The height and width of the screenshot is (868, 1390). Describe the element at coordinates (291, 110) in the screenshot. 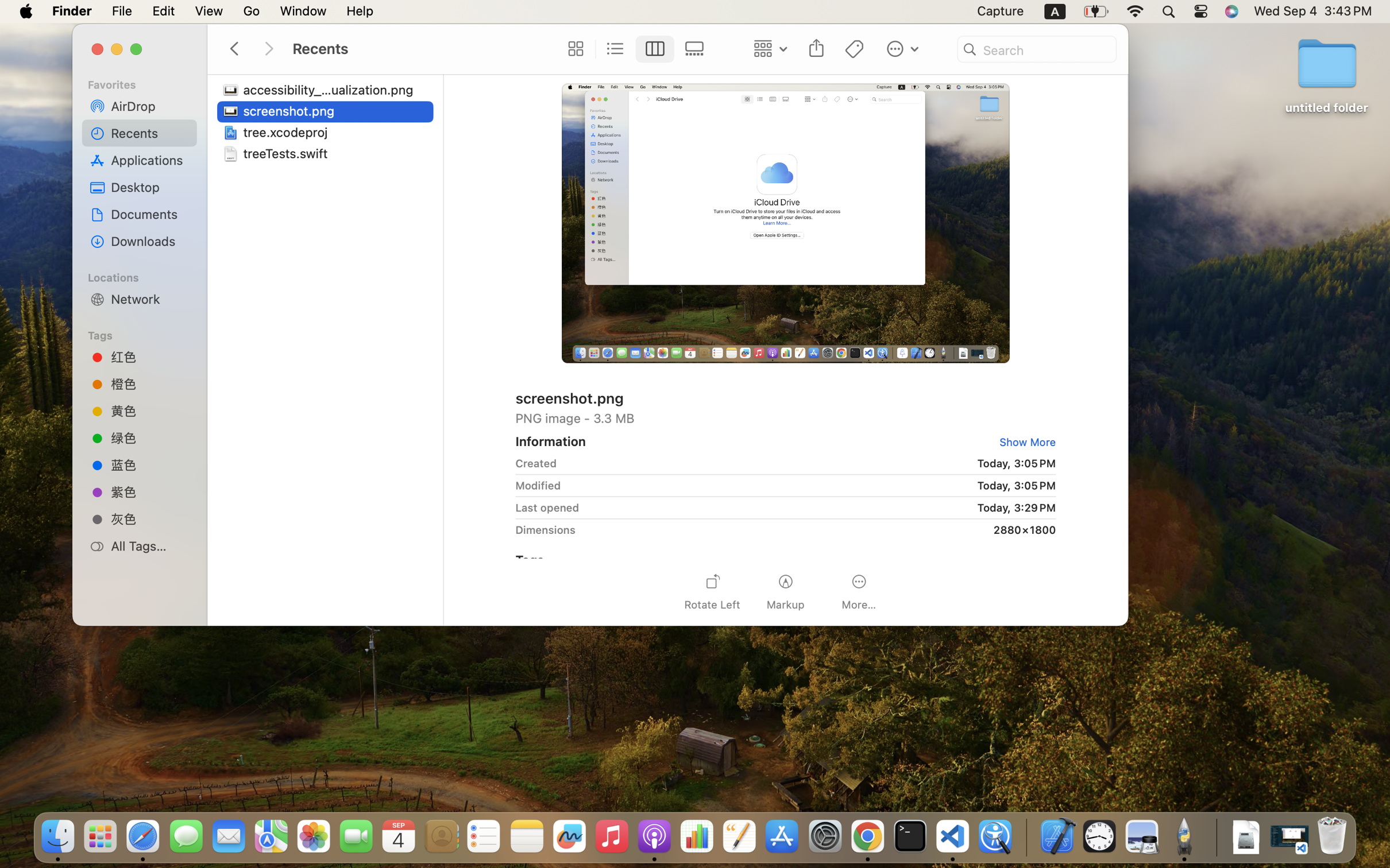

I see `'screenshot.png'` at that location.